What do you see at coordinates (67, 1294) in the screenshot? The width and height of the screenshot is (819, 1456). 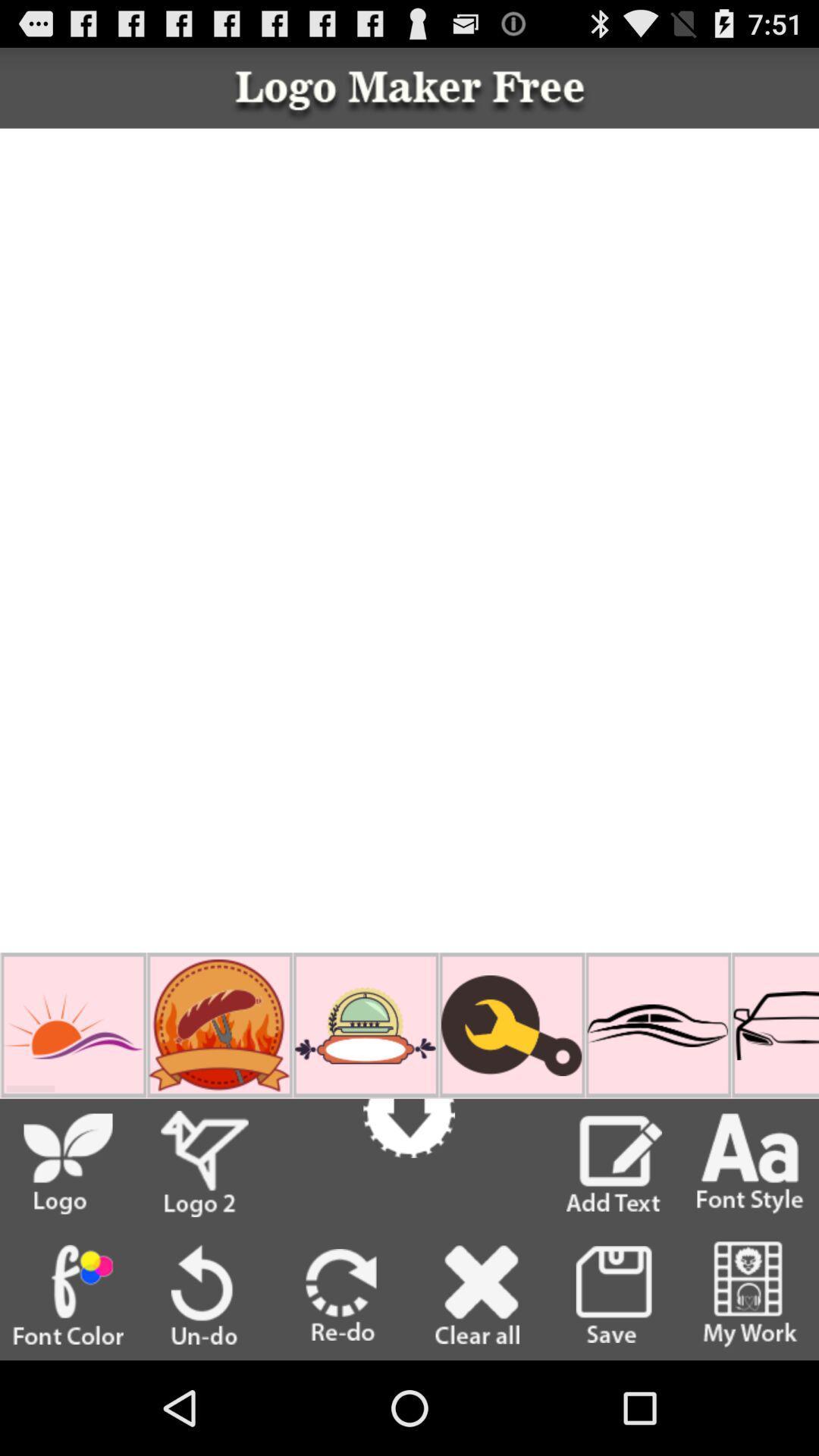 I see `font color` at bounding box center [67, 1294].